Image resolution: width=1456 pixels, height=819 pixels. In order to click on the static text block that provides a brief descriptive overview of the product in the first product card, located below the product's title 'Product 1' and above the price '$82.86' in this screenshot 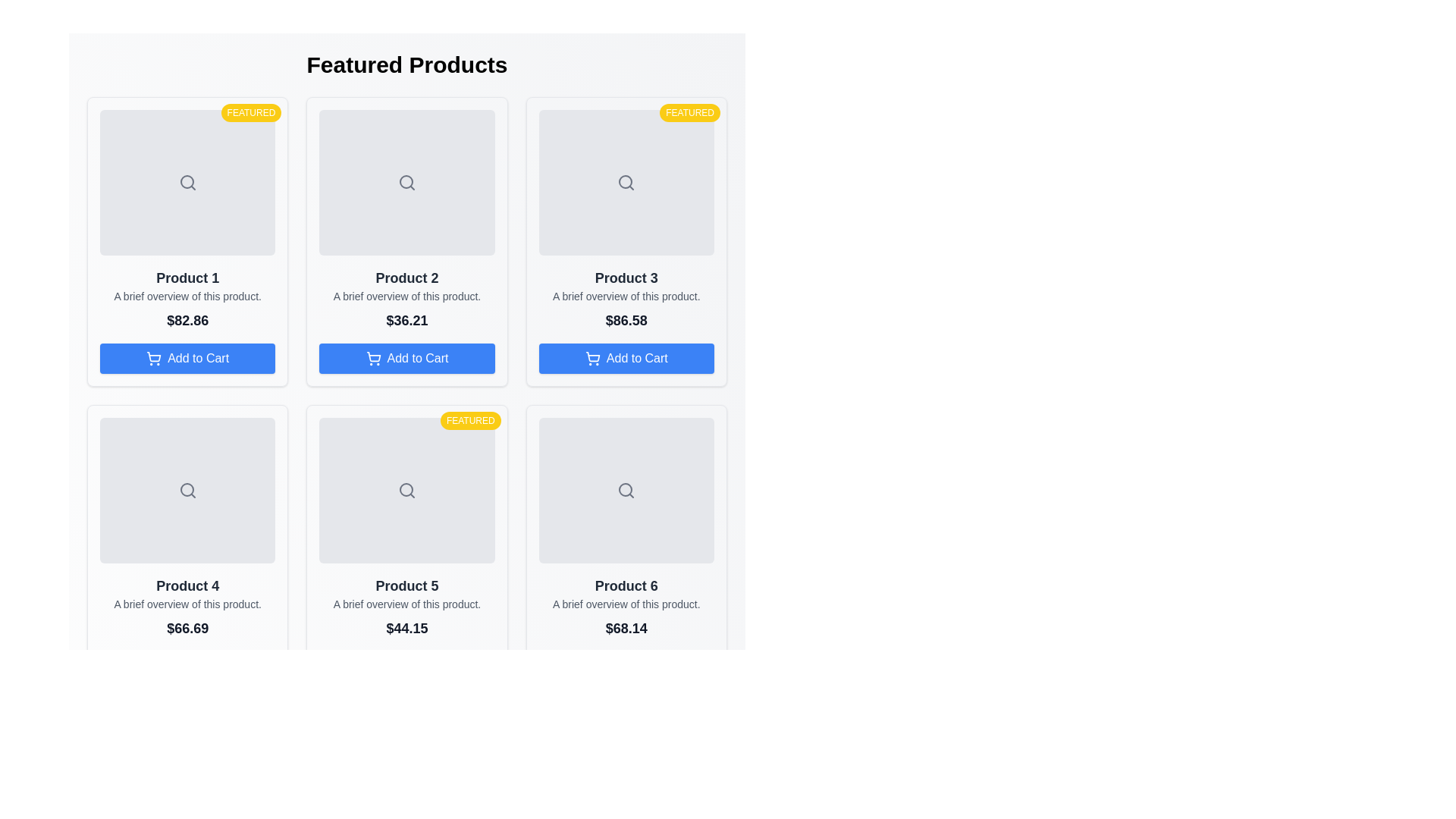, I will do `click(187, 296)`.